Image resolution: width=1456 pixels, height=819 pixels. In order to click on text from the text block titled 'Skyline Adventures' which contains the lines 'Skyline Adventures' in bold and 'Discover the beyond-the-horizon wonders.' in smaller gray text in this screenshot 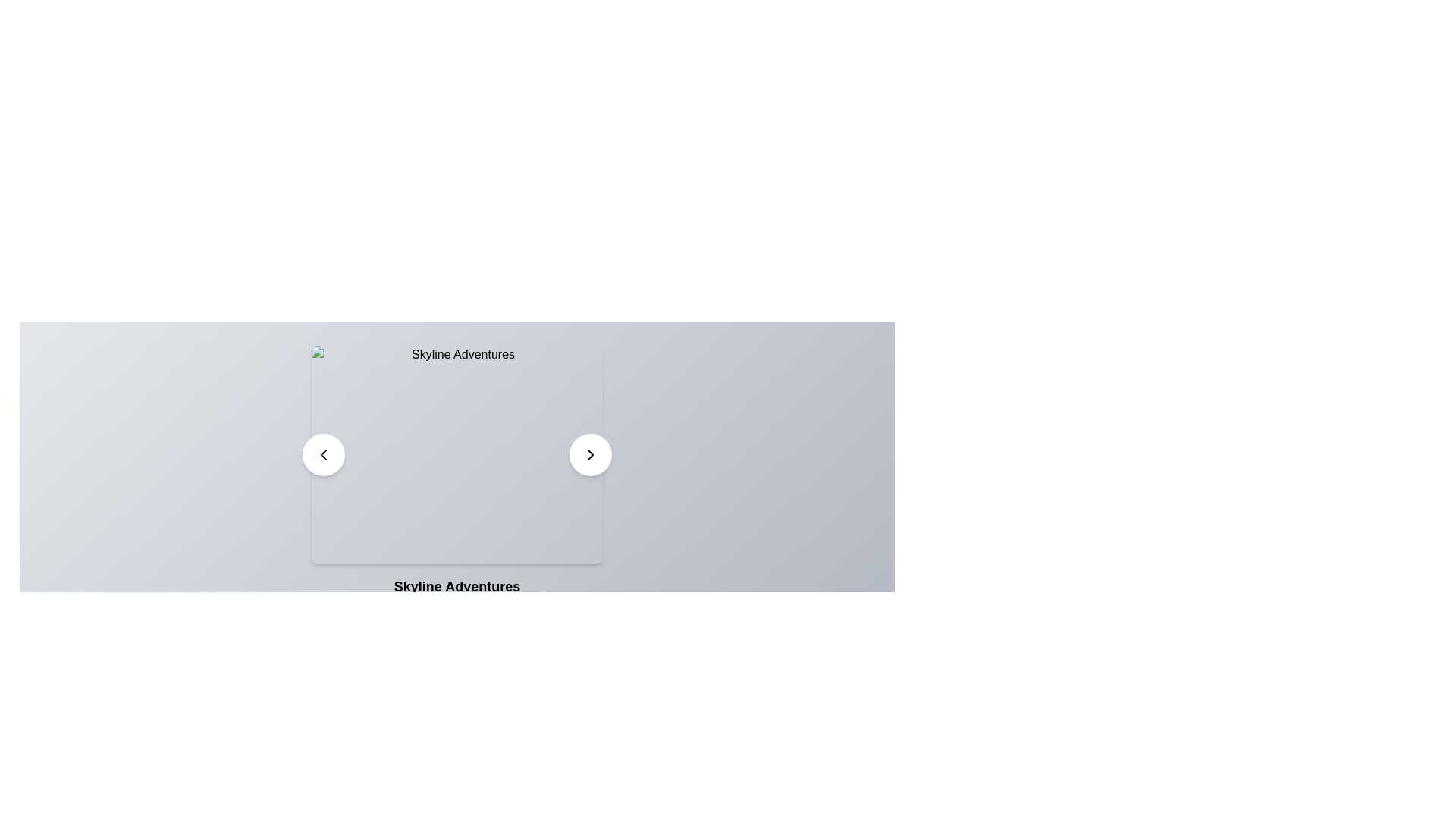, I will do `click(457, 598)`.